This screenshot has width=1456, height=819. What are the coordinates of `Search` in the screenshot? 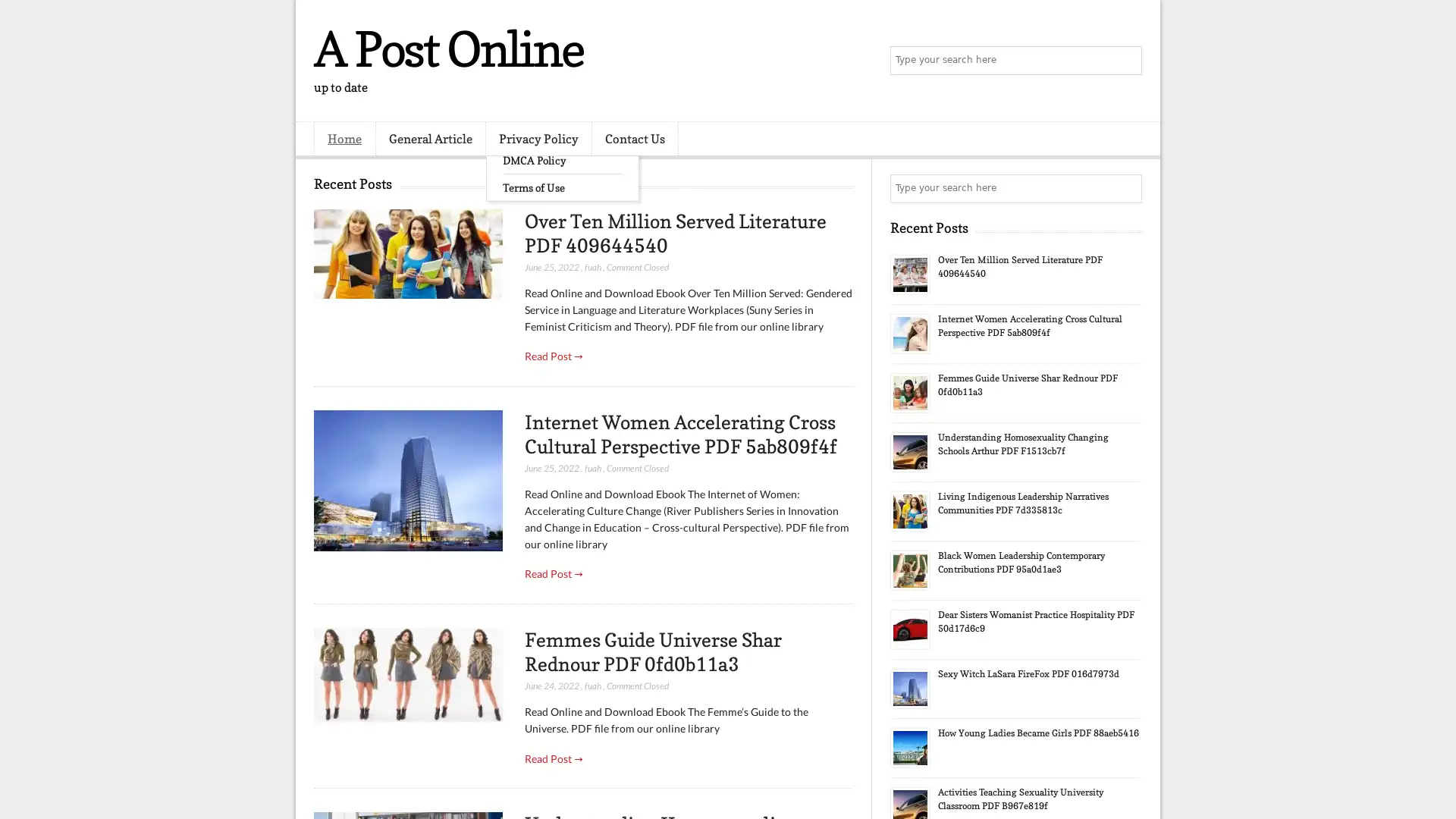 It's located at (1126, 188).